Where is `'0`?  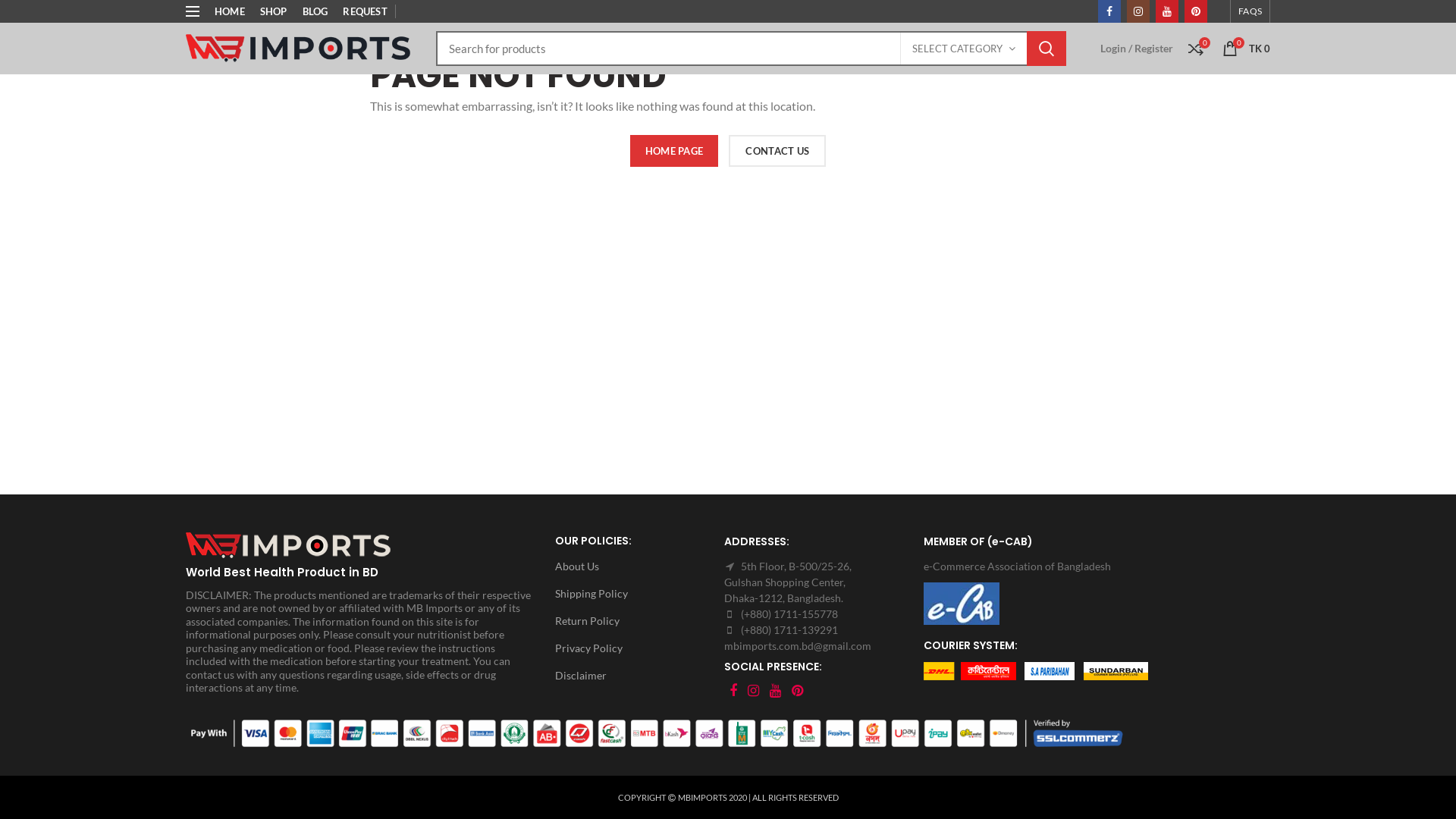
'0 is located at coordinates (1246, 48).